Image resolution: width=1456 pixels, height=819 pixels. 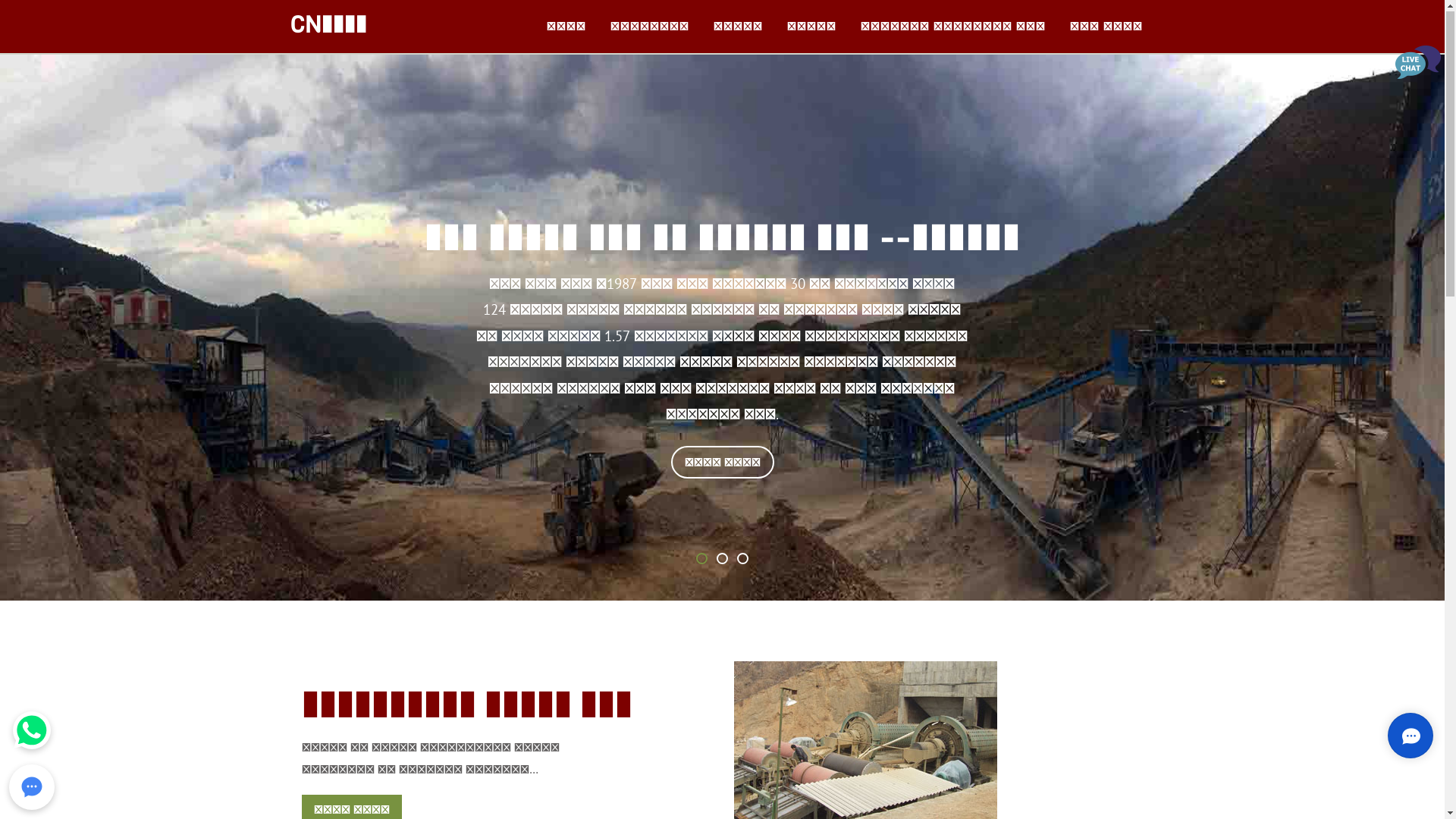 I want to click on '3', so click(x=742, y=559).